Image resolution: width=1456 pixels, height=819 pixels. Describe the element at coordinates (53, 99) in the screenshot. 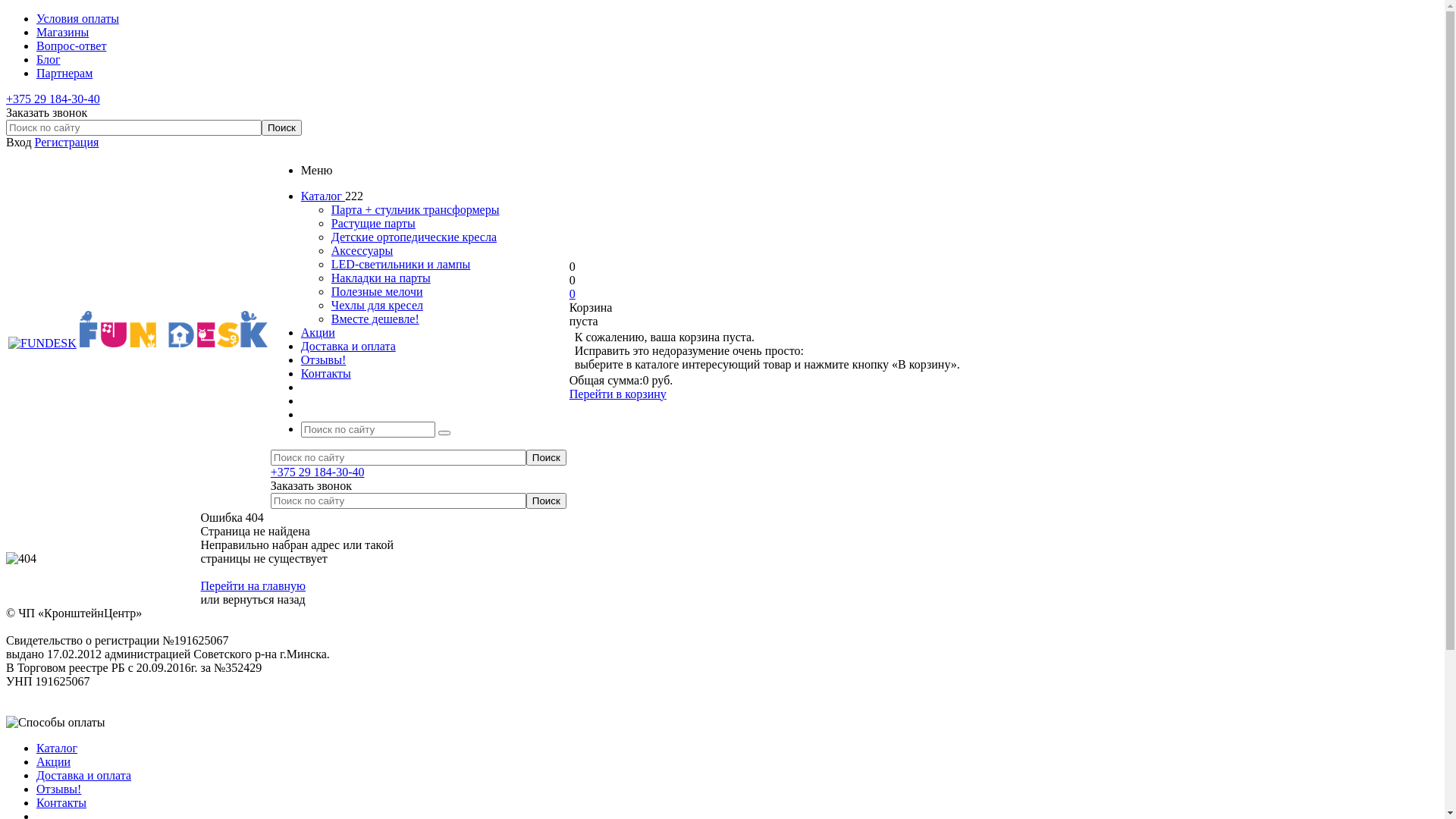

I see `'+375 29 184-30-40'` at that location.